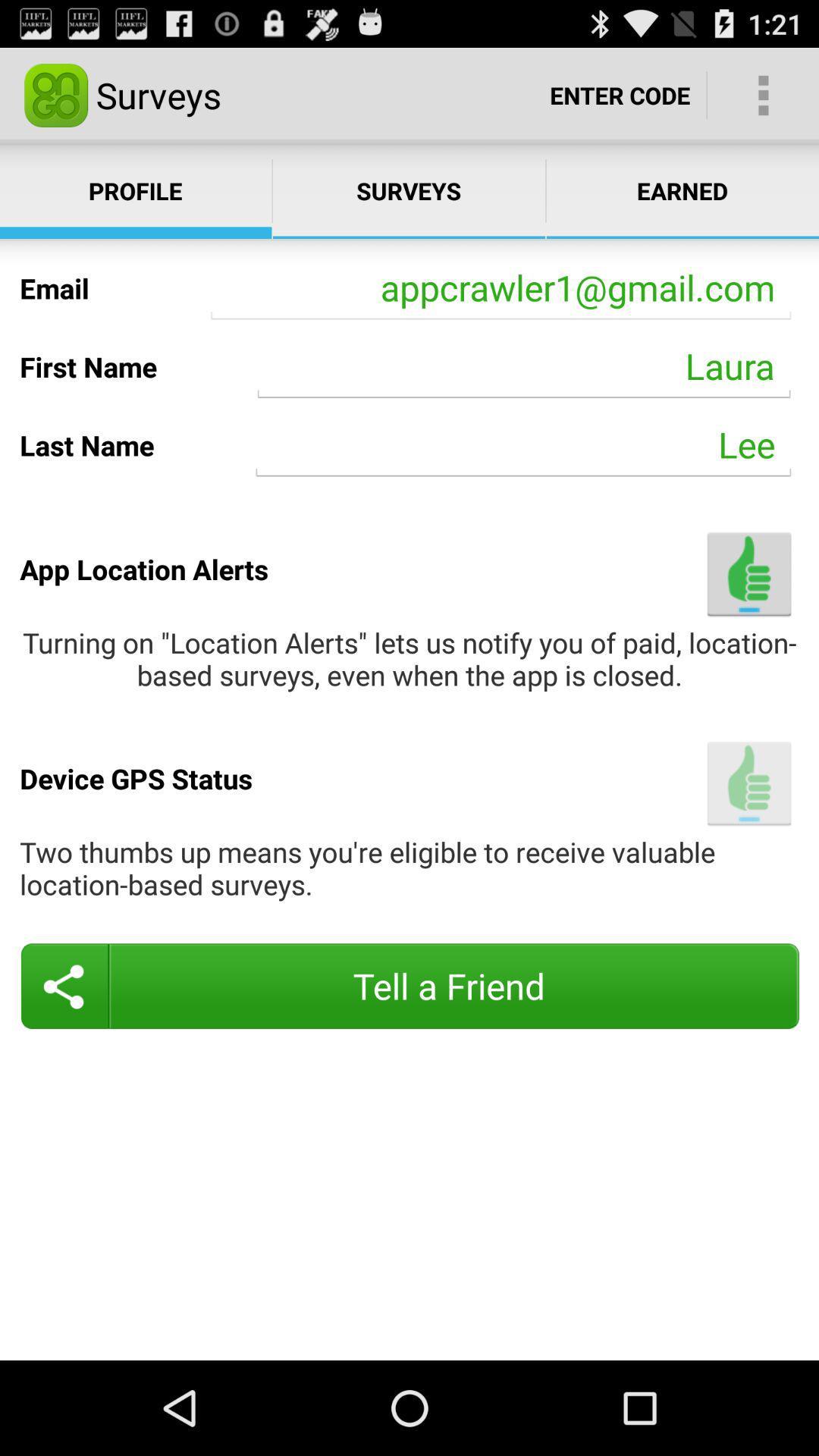  I want to click on the item to the right of app location alerts, so click(748, 573).